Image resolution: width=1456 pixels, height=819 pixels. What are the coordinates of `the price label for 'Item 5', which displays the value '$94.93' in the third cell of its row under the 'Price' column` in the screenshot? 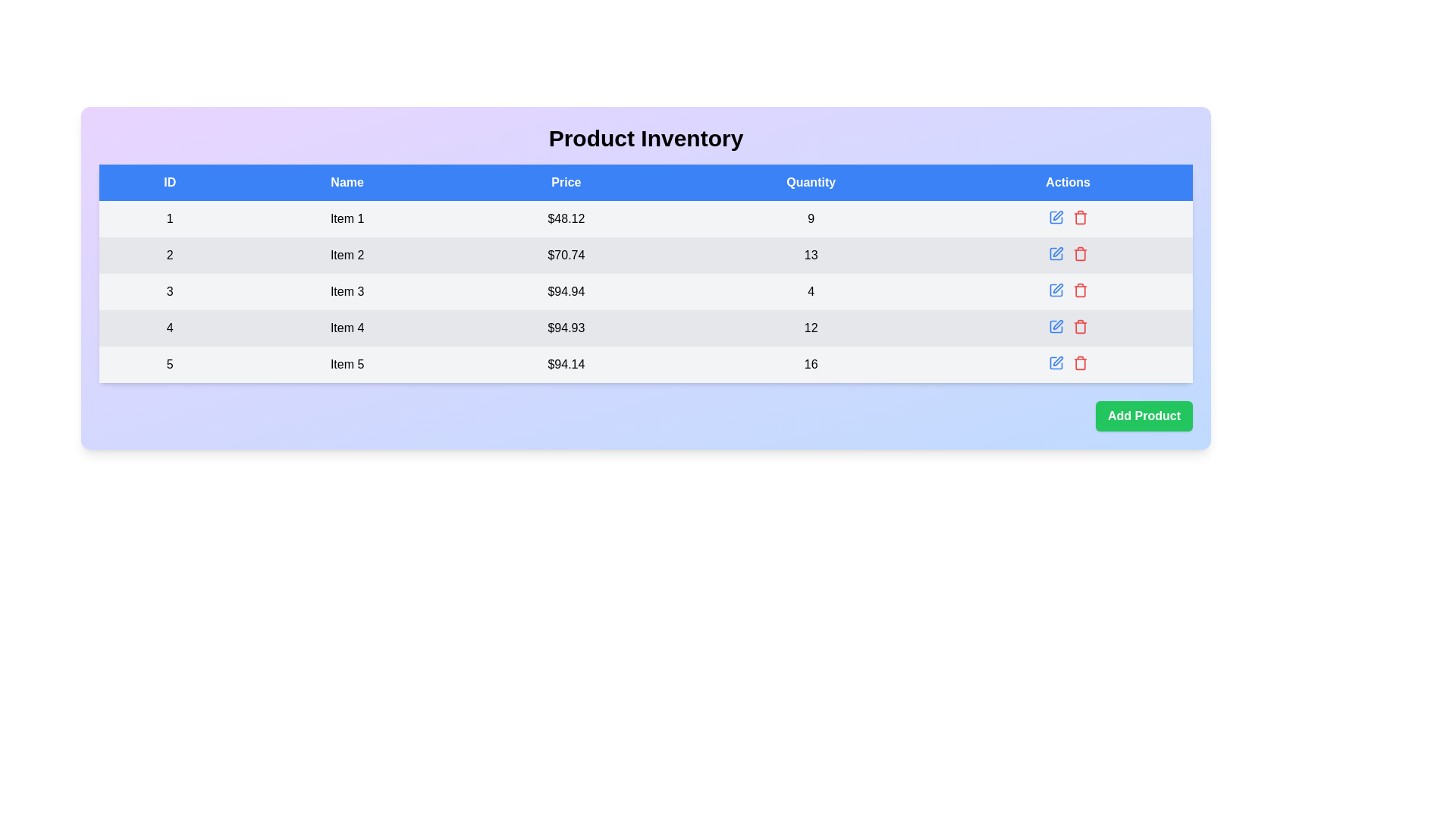 It's located at (565, 365).